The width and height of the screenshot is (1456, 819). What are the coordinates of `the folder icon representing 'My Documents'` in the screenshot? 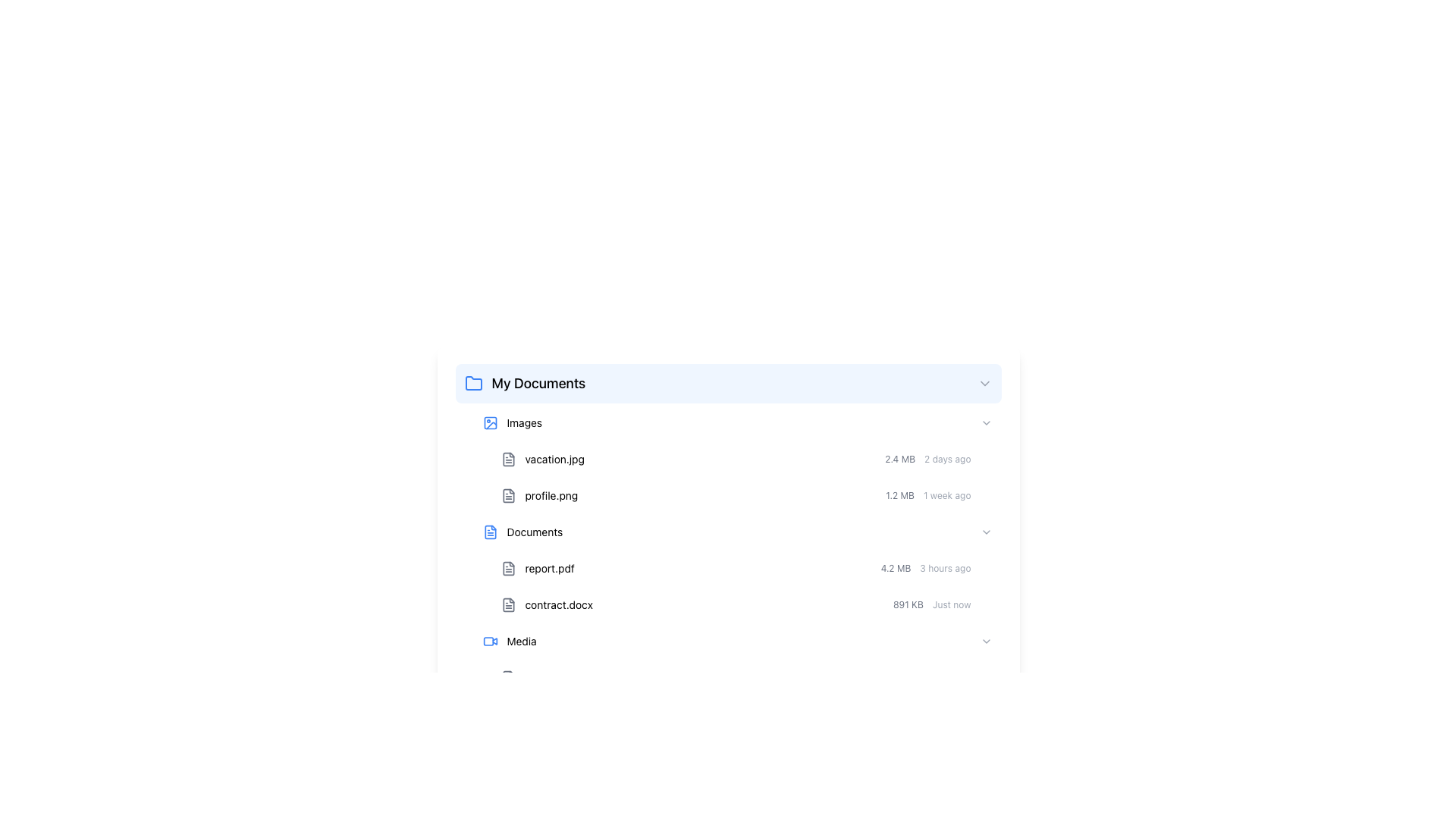 It's located at (472, 382).